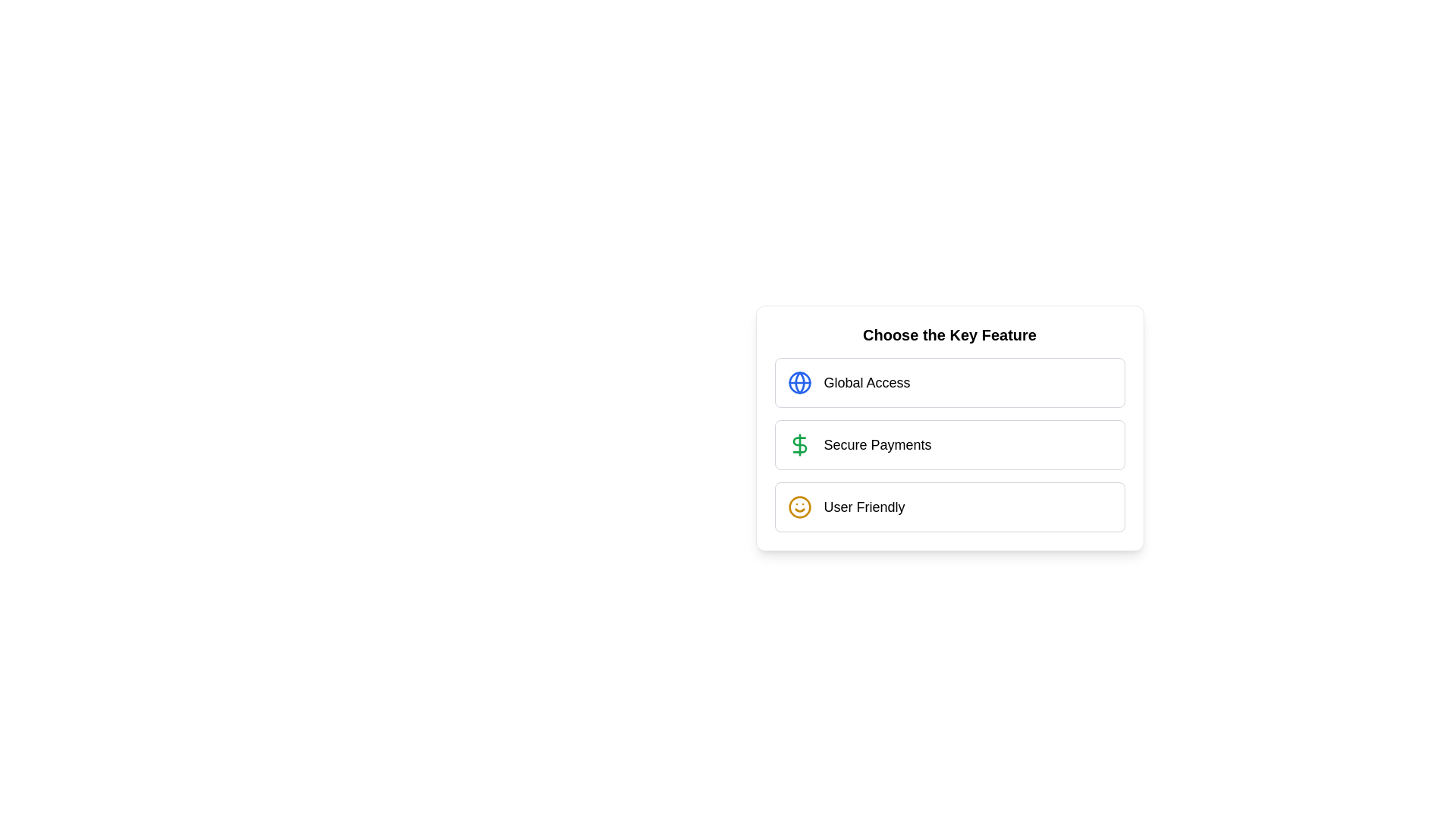  Describe the element at coordinates (799, 382) in the screenshot. I see `the blue globe icon located adjacent to the 'Global Access' label in the upper section of the vertical list` at that location.